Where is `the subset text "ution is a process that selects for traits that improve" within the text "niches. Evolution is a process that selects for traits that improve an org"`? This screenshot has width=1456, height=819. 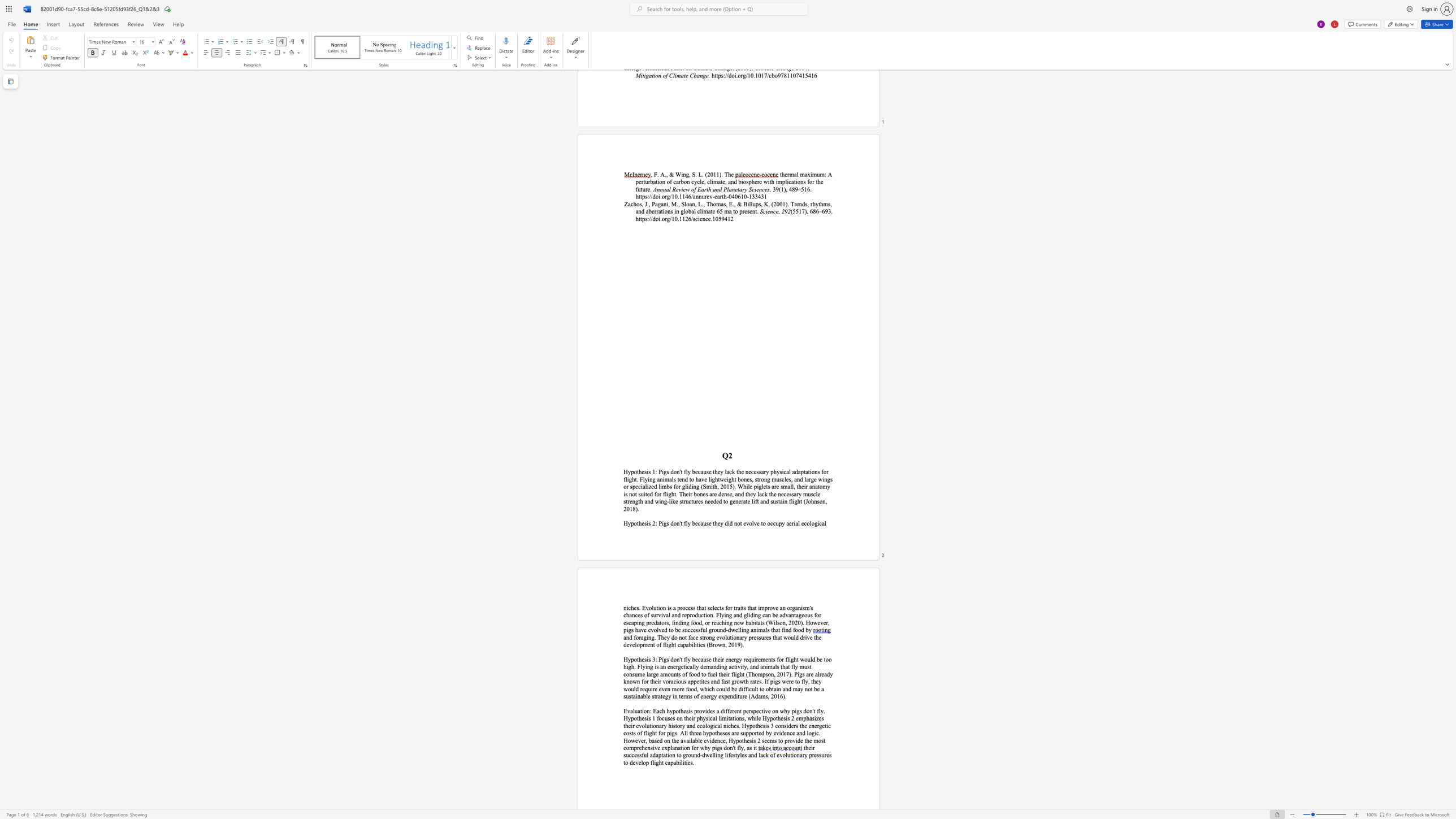
the subset text "ution is a process that selects for traits that improve" within the text "niches. Evolution is a process that selects for traits that improve an org" is located at coordinates (653, 608).